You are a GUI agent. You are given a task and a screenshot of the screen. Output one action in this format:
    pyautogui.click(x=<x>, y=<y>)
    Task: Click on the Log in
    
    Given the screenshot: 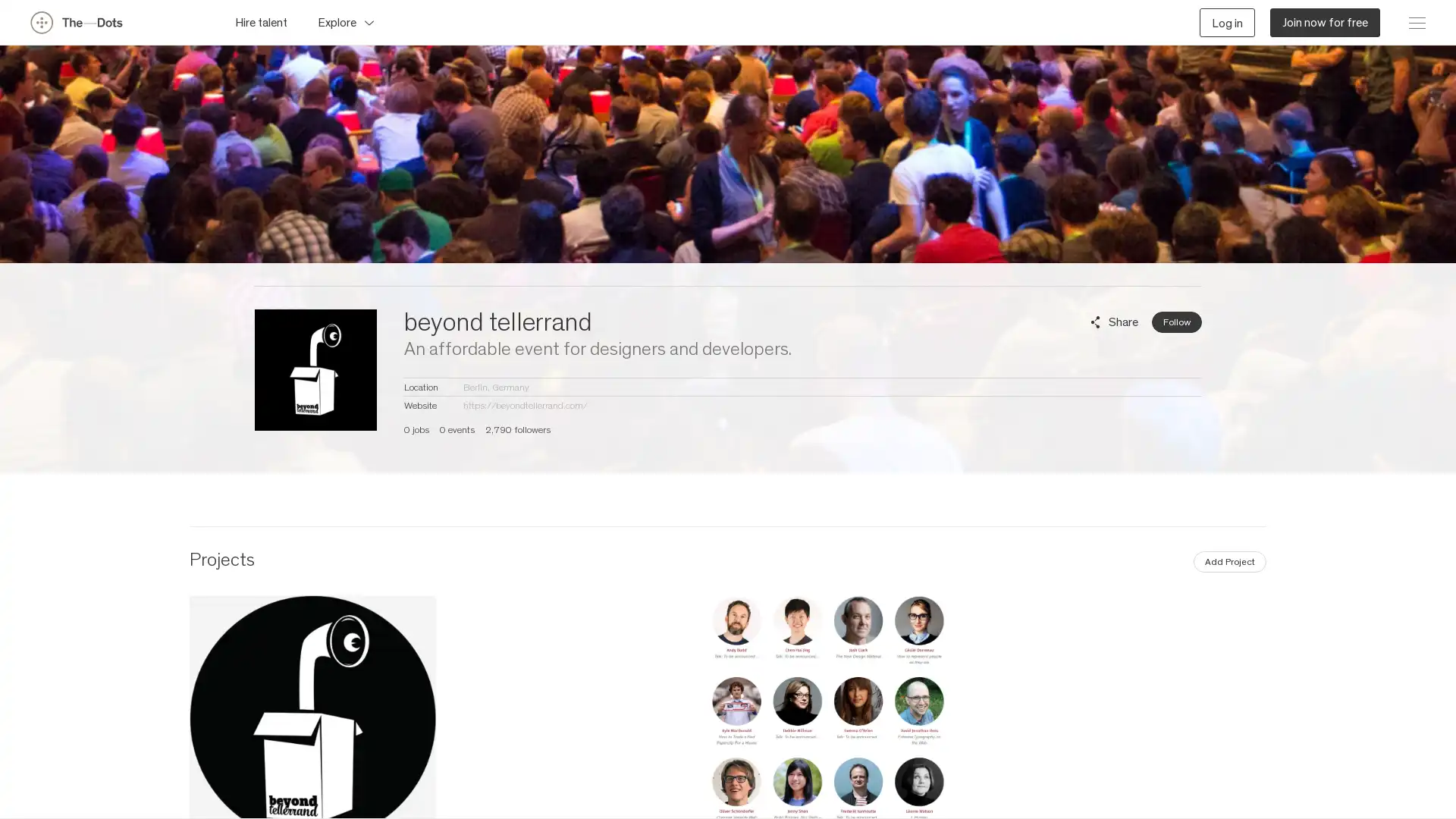 What is the action you would take?
    pyautogui.click(x=1227, y=22)
    